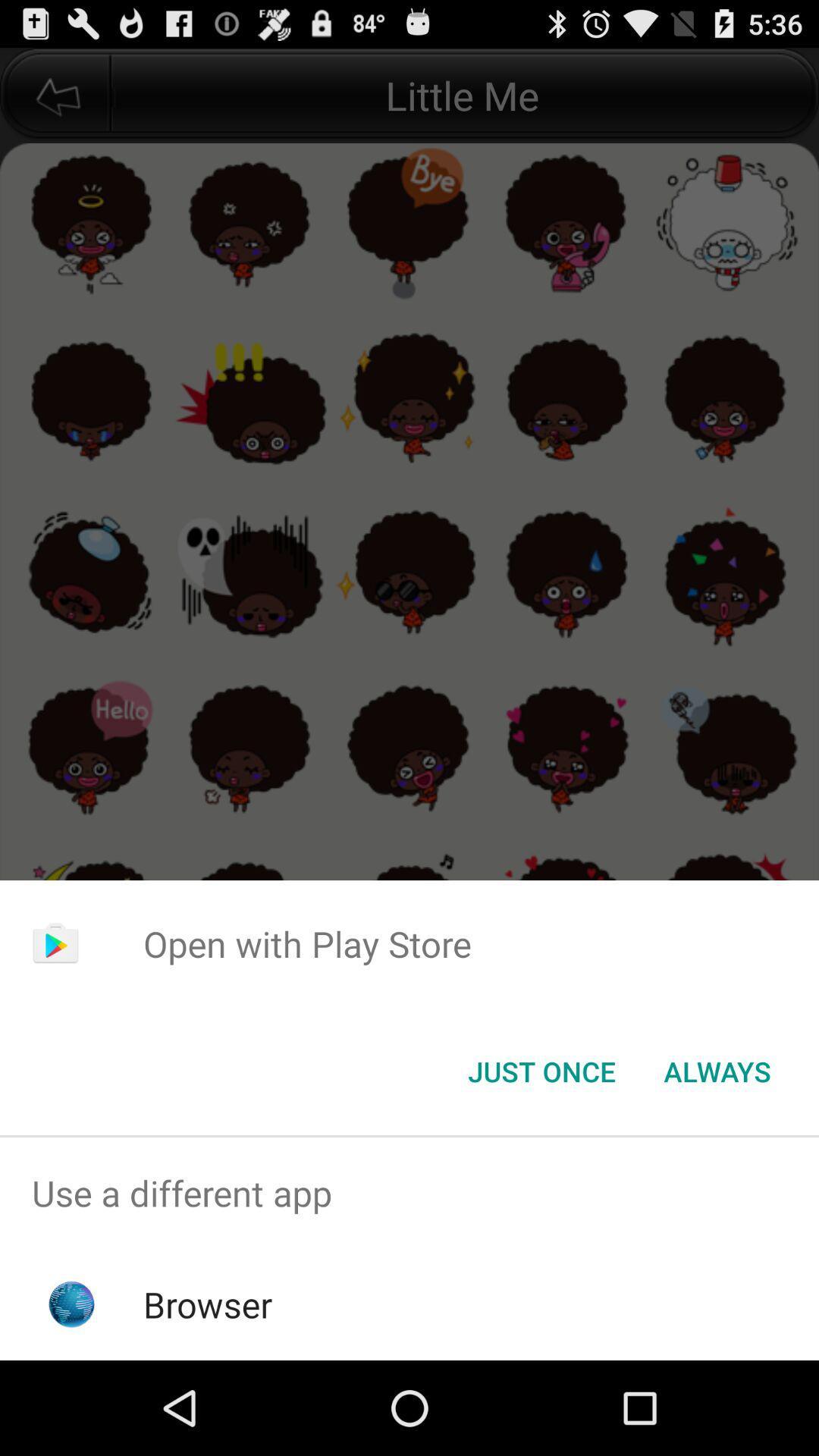 The image size is (819, 1456). Describe the element at coordinates (717, 1070) in the screenshot. I see `the always item` at that location.